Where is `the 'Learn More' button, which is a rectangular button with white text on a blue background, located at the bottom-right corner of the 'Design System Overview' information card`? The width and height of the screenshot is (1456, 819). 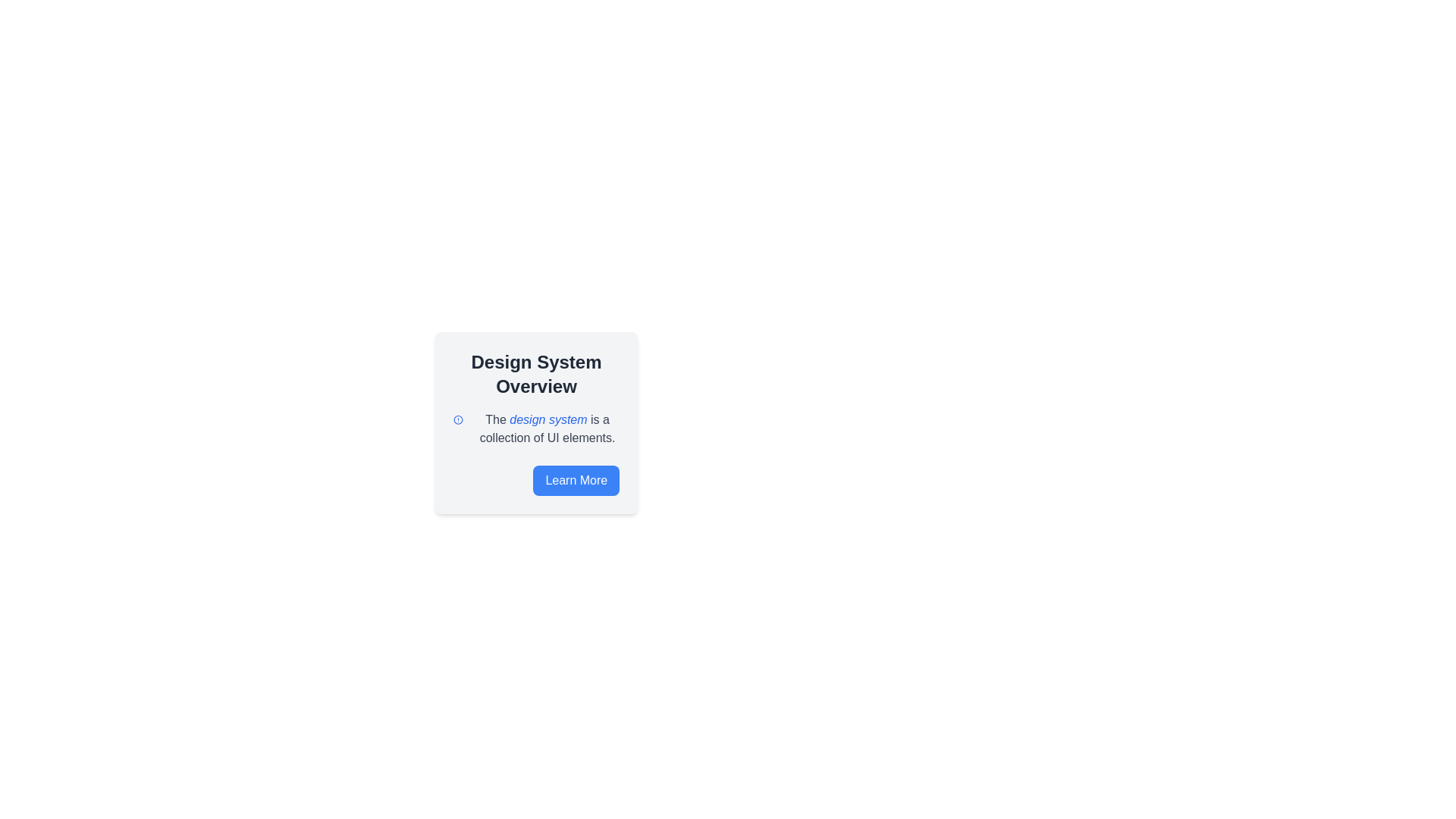 the 'Learn More' button, which is a rectangular button with white text on a blue background, located at the bottom-right corner of the 'Design System Overview' information card is located at coordinates (576, 480).